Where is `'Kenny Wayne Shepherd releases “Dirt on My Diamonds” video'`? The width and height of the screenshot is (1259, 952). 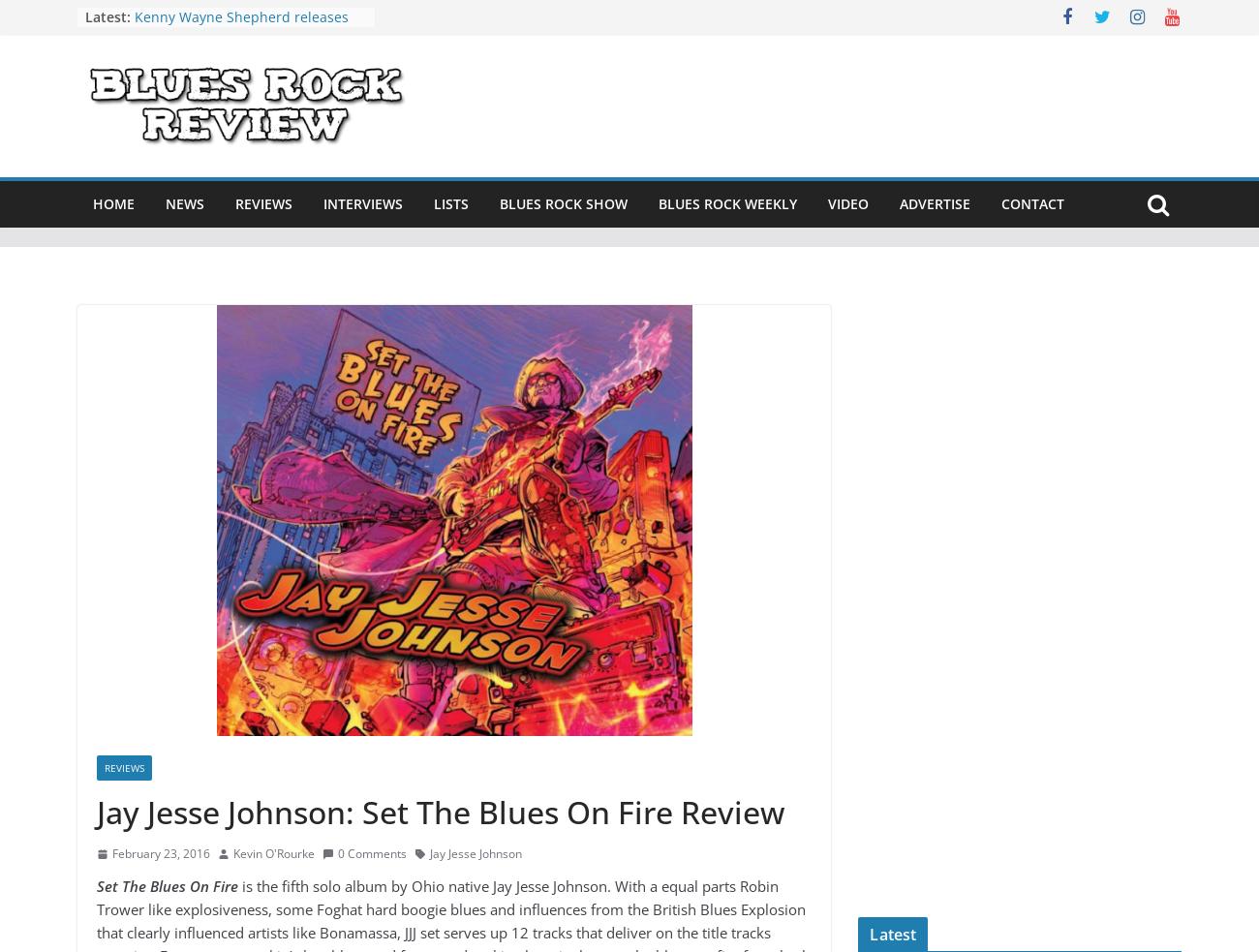
'Kenny Wayne Shepherd releases “Dirt on My Diamonds” video' is located at coordinates (240, 25).